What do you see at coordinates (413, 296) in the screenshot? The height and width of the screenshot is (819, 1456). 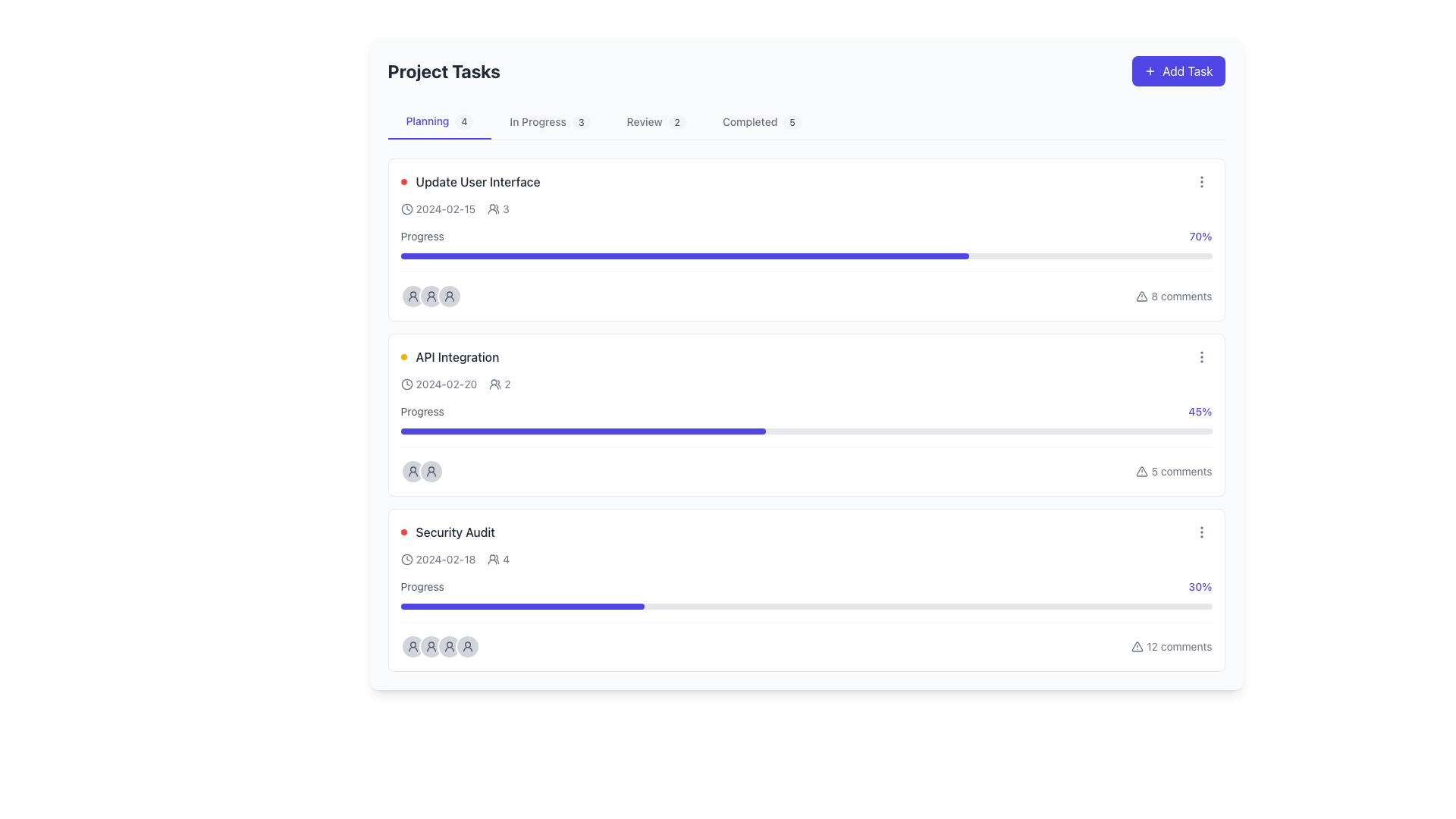 I see `the user avatar icon, which is the third icon in the group of user icons at the bottom of the 'Update User Interface' task section in the 'Planning' tab of the 'Project Tasks' interface` at bounding box center [413, 296].